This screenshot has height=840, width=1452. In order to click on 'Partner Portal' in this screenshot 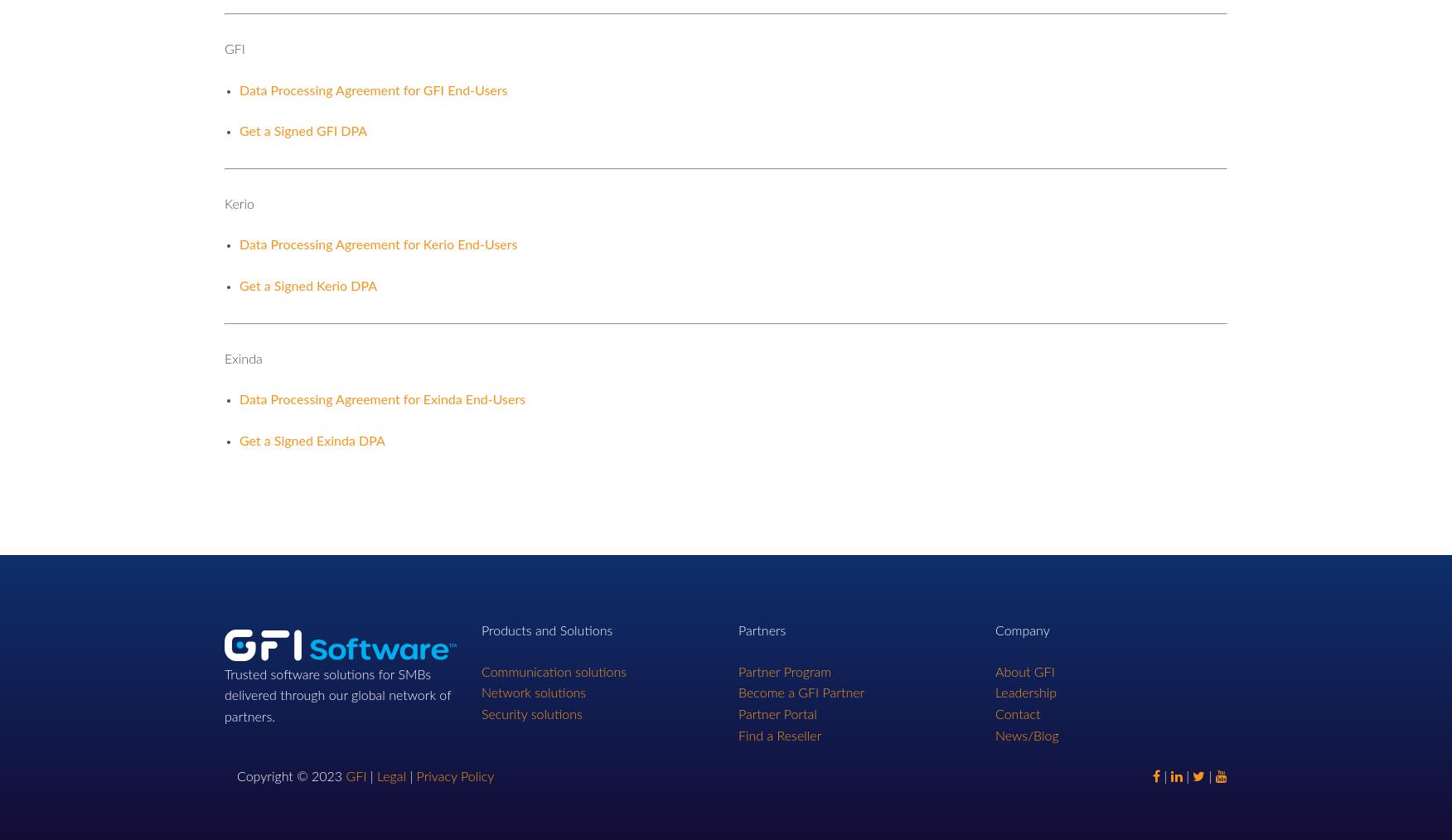, I will do `click(777, 714)`.